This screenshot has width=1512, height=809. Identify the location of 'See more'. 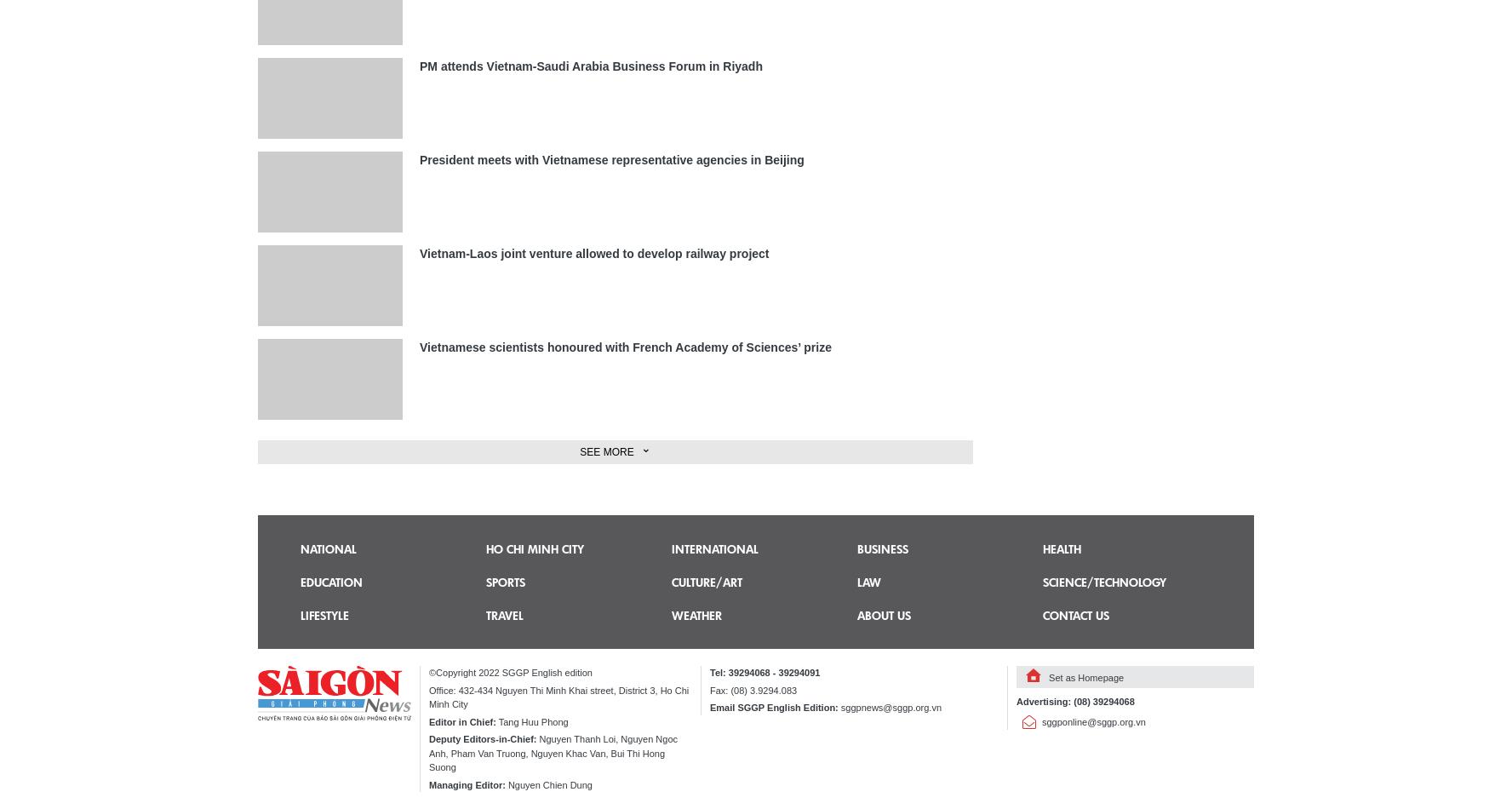
(606, 451).